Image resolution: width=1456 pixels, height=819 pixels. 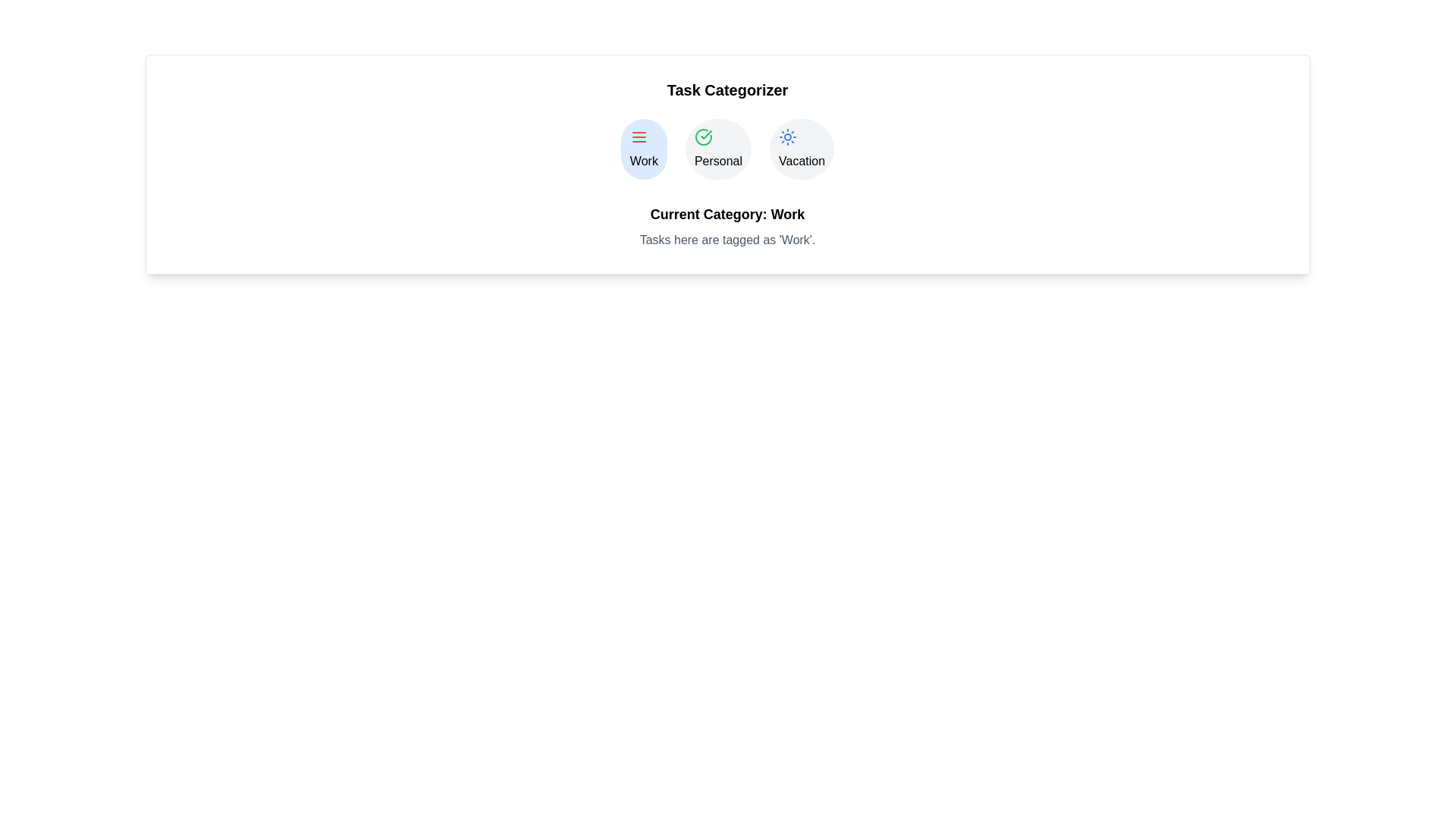 What do you see at coordinates (717, 149) in the screenshot?
I see `the 'Personal' category button in the 'Task Categorizer' section to observe potential hover effects` at bounding box center [717, 149].